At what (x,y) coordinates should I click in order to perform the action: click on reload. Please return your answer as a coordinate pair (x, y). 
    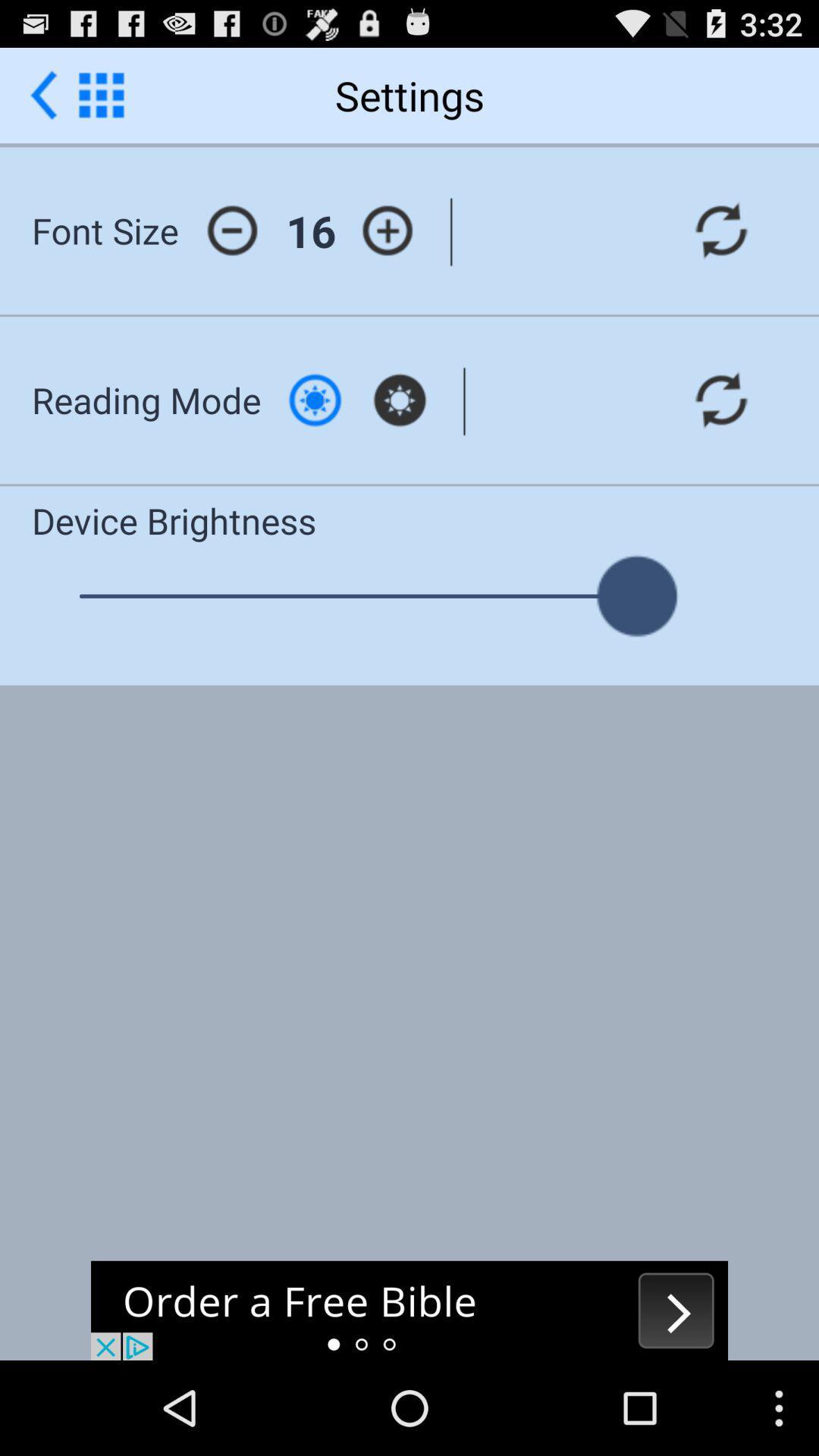
    Looking at the image, I should click on (720, 230).